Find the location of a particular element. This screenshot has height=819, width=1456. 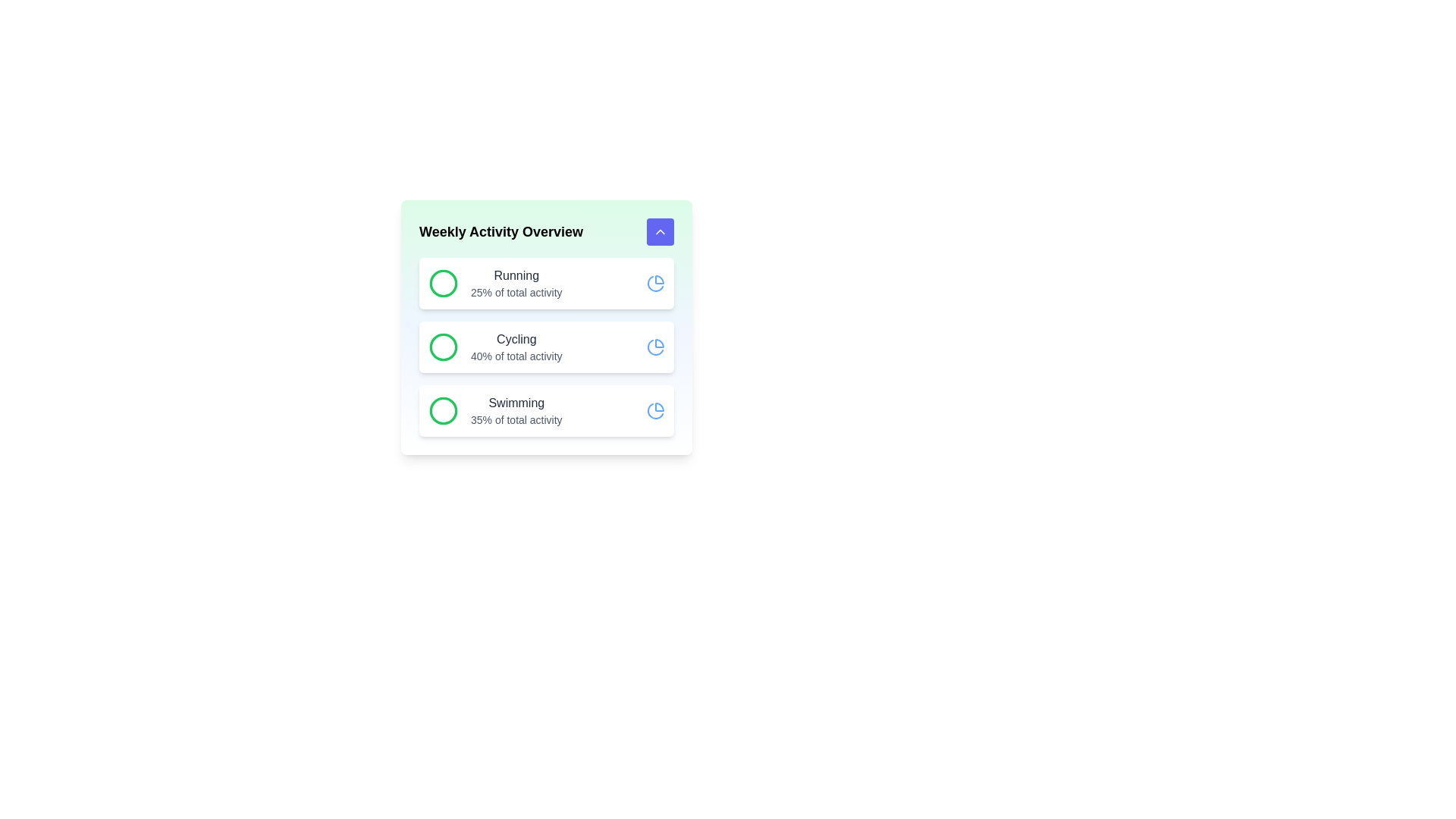

the button located at the far-right end of the 'Weekly Activity Overview' section is located at coordinates (660, 231).